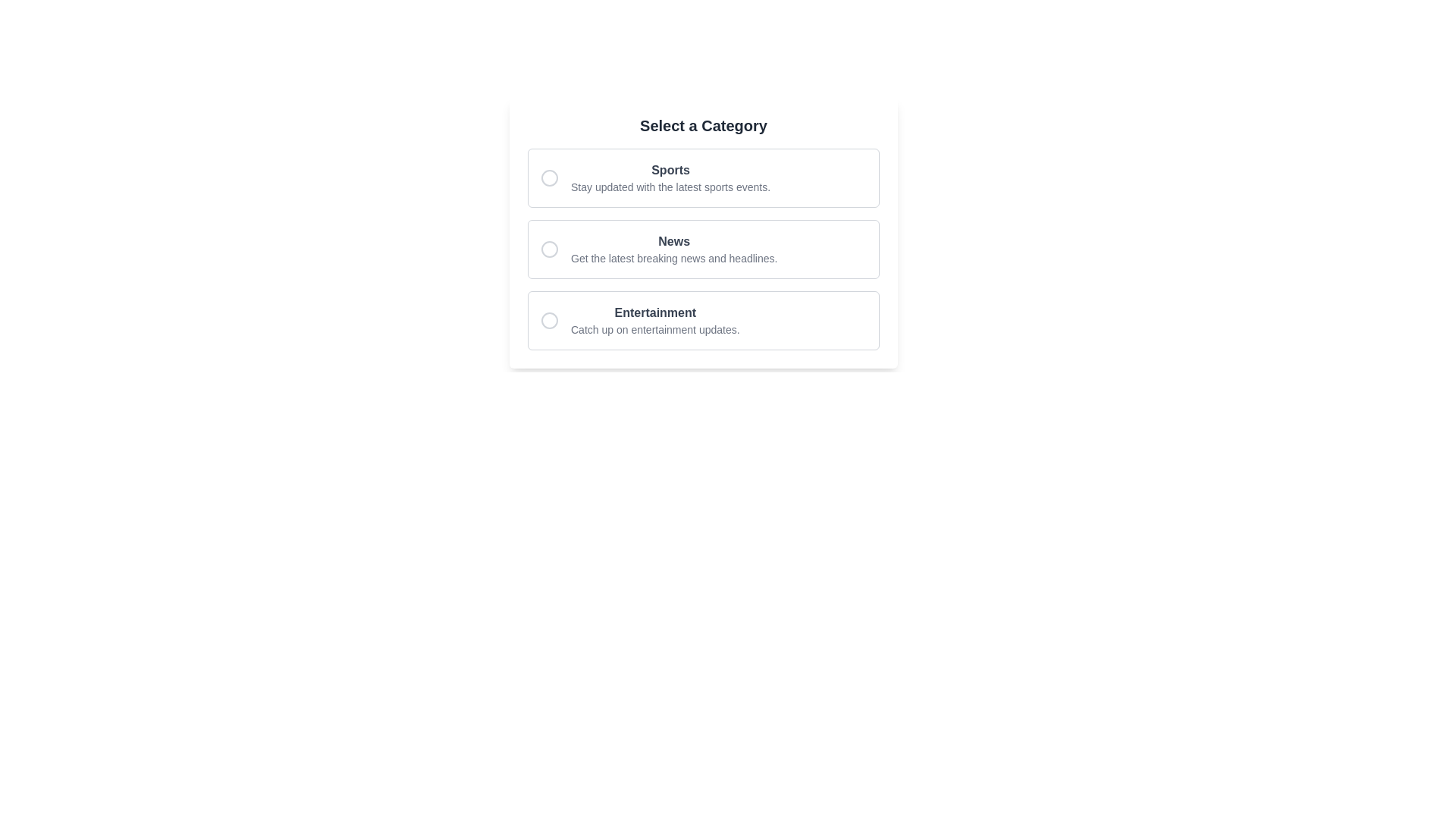 The width and height of the screenshot is (1456, 819). What do you see at coordinates (670, 170) in the screenshot?
I see `the bold text label 'Sports' in the 'Select a Category' section, which is styled in dark gray and positioned above the description 'Stay updated with the latest sports events.'` at bounding box center [670, 170].